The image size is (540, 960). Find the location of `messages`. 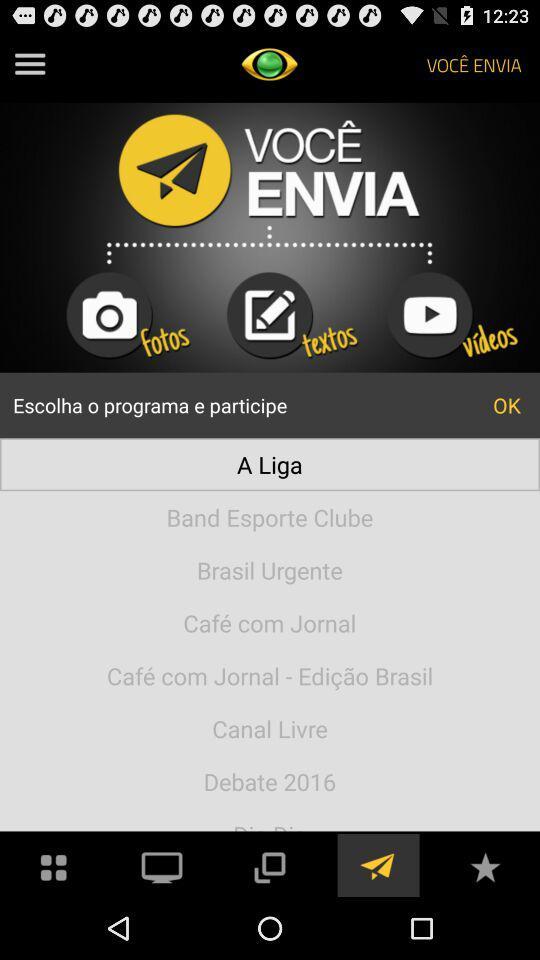

messages is located at coordinates (377, 864).